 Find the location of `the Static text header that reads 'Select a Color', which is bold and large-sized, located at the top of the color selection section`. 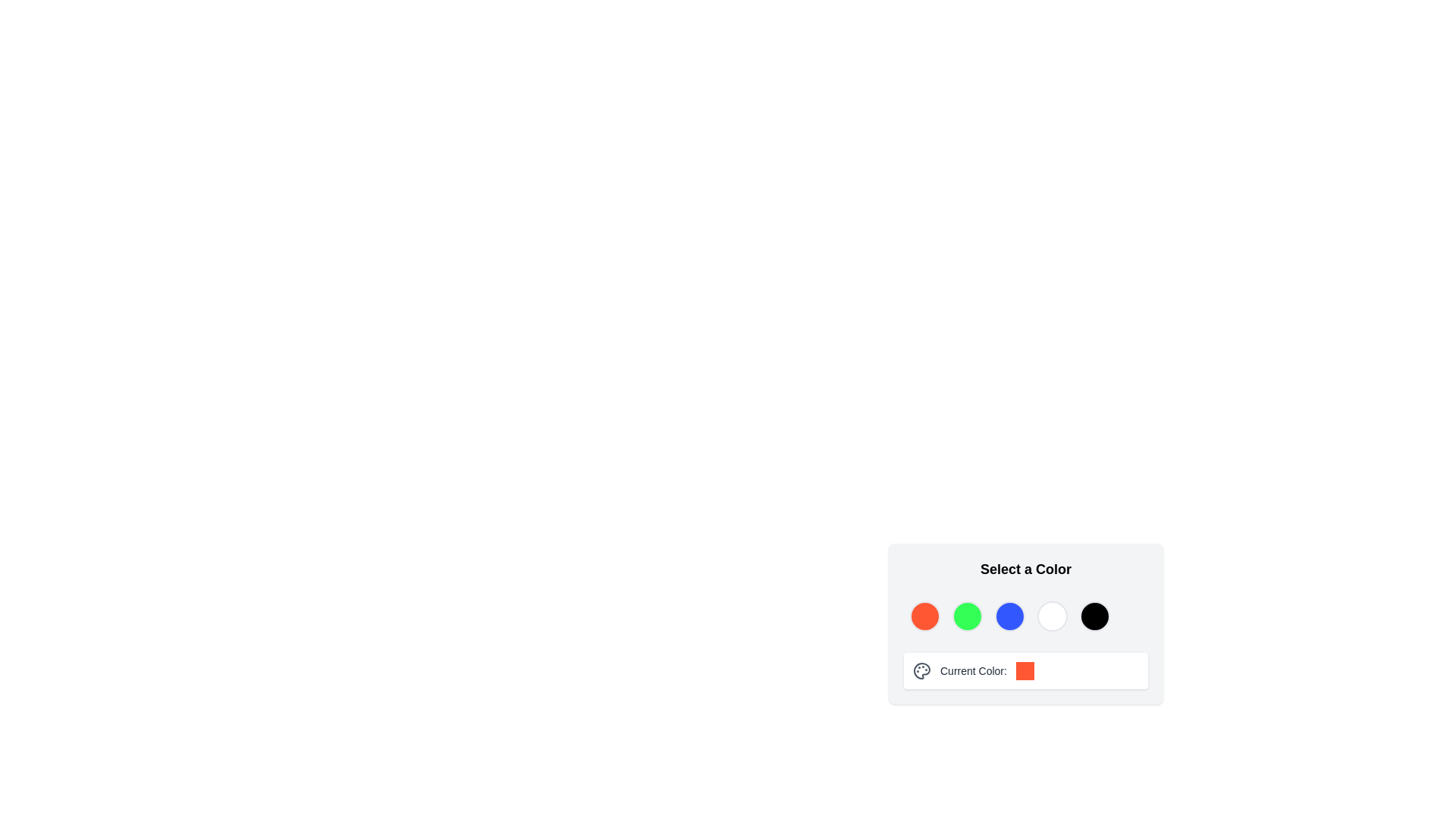

the Static text header that reads 'Select a Color', which is bold and large-sized, located at the top of the color selection section is located at coordinates (1026, 570).